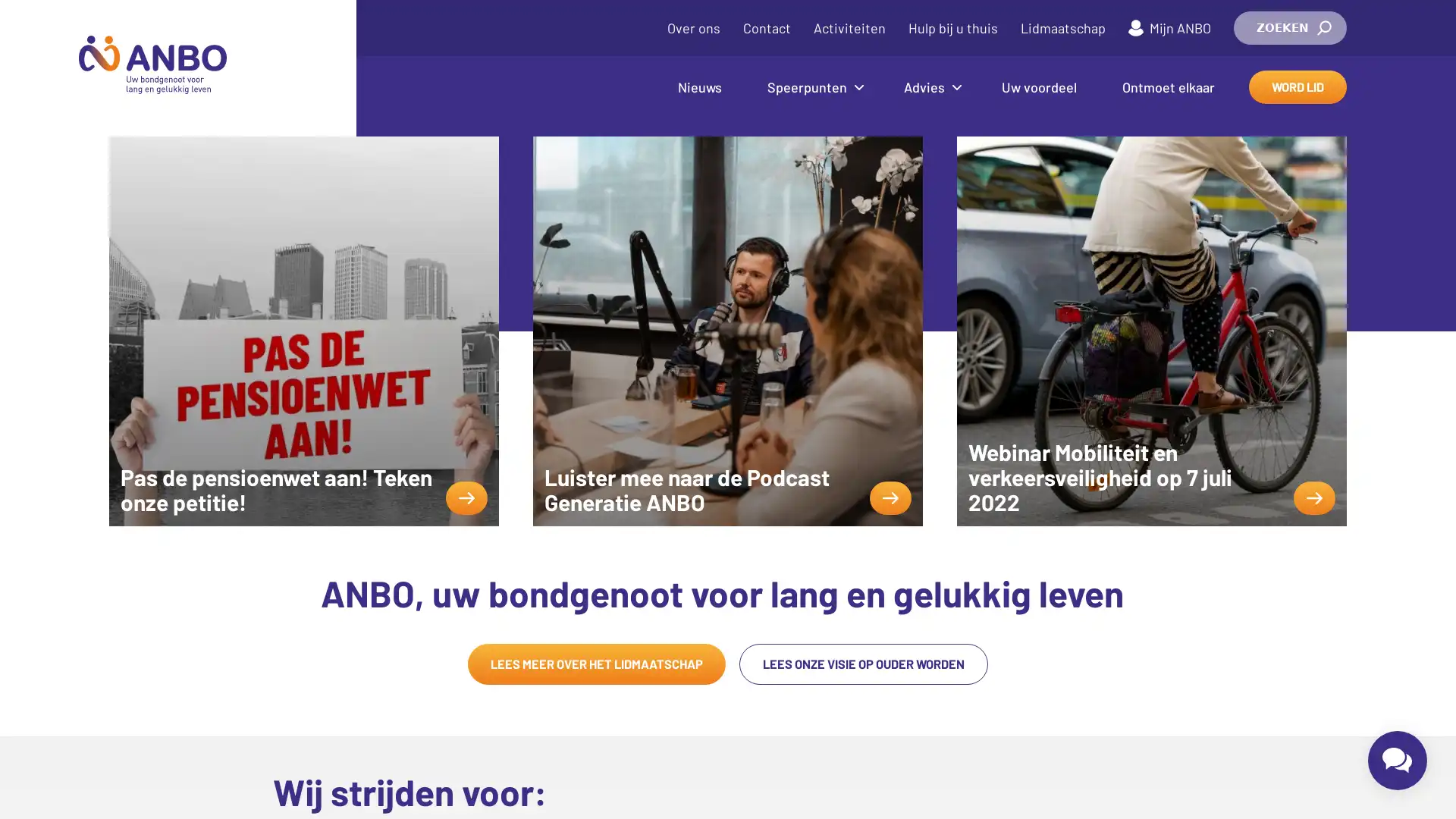 This screenshot has width=1456, height=819. What do you see at coordinates (1289, 28) in the screenshot?
I see `ZOEKEN` at bounding box center [1289, 28].